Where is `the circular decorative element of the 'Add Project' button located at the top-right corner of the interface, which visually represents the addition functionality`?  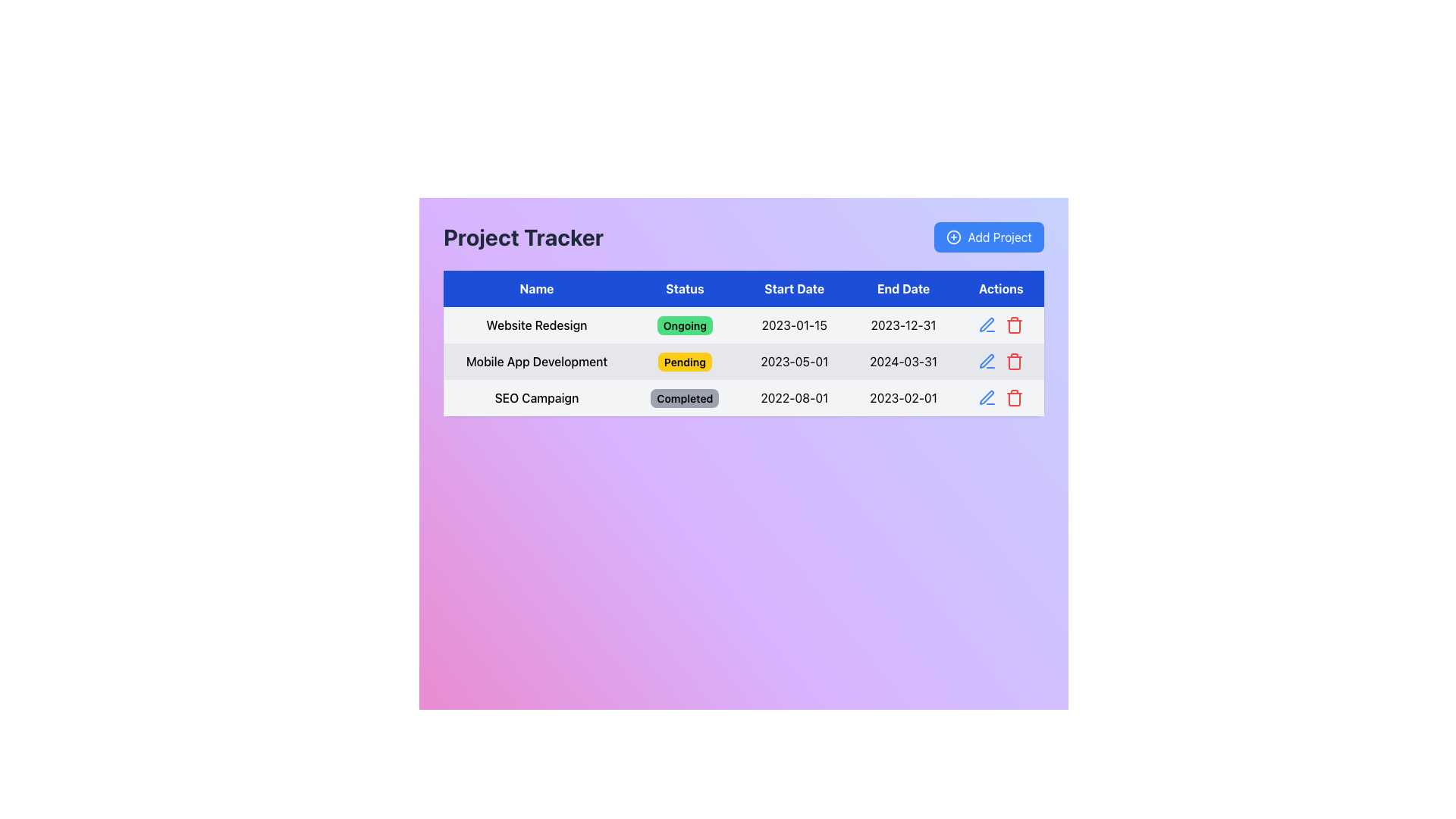
the circular decorative element of the 'Add Project' button located at the top-right corner of the interface, which visually represents the addition functionality is located at coordinates (953, 237).